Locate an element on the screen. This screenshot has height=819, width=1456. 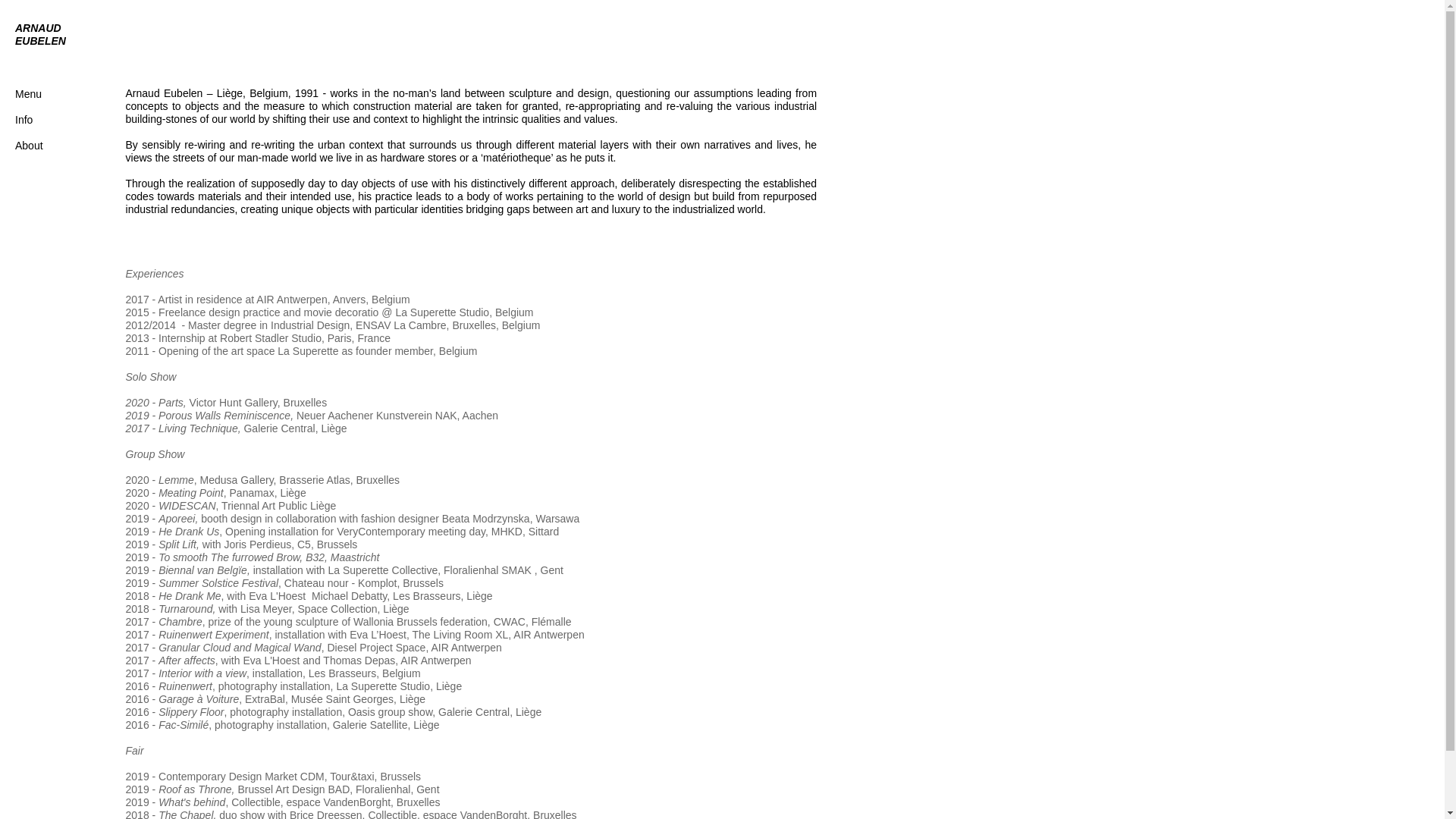
'Menu' is located at coordinates (44, 100).